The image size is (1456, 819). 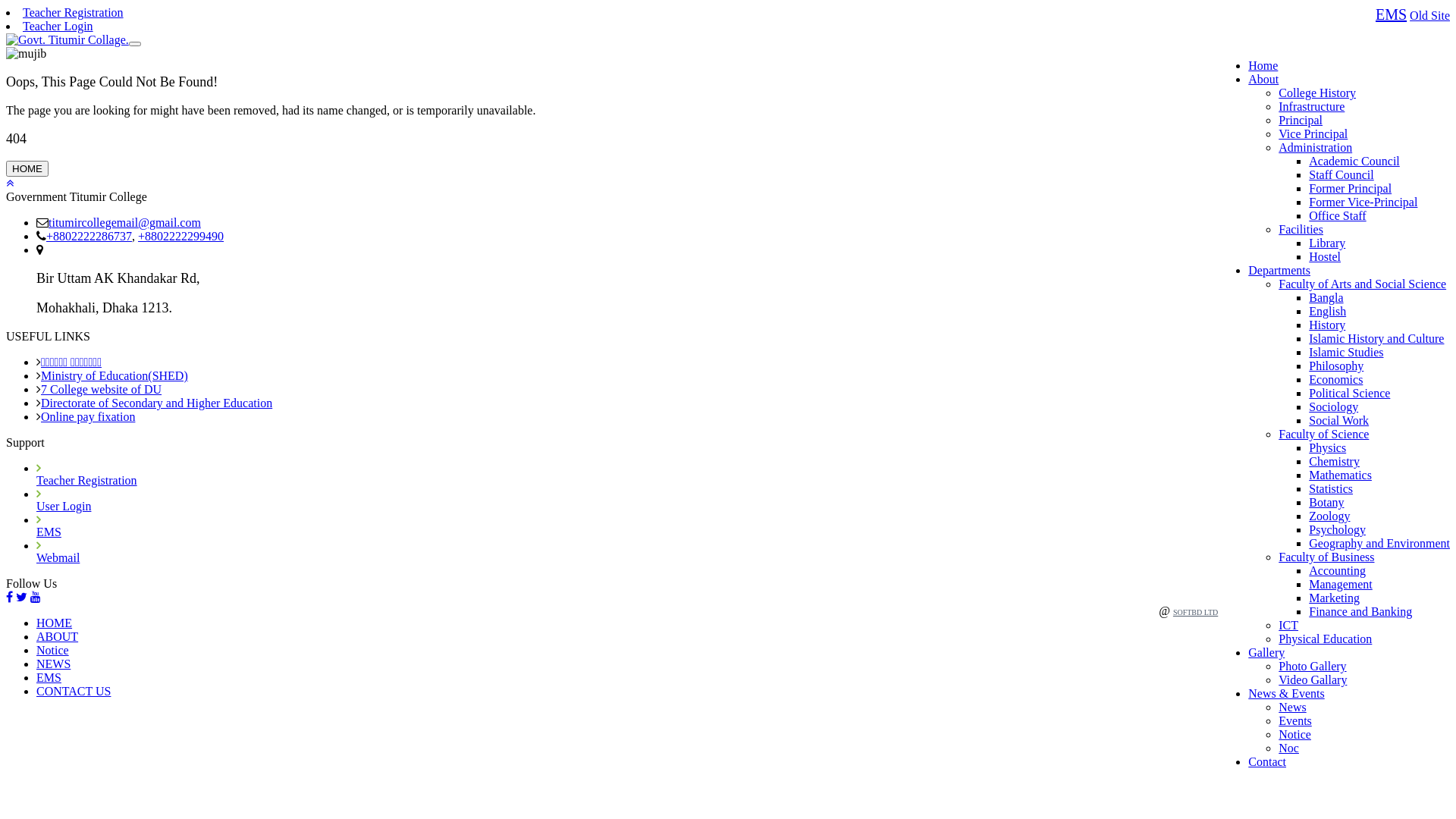 I want to click on 'Photo Gallery', so click(x=1311, y=665).